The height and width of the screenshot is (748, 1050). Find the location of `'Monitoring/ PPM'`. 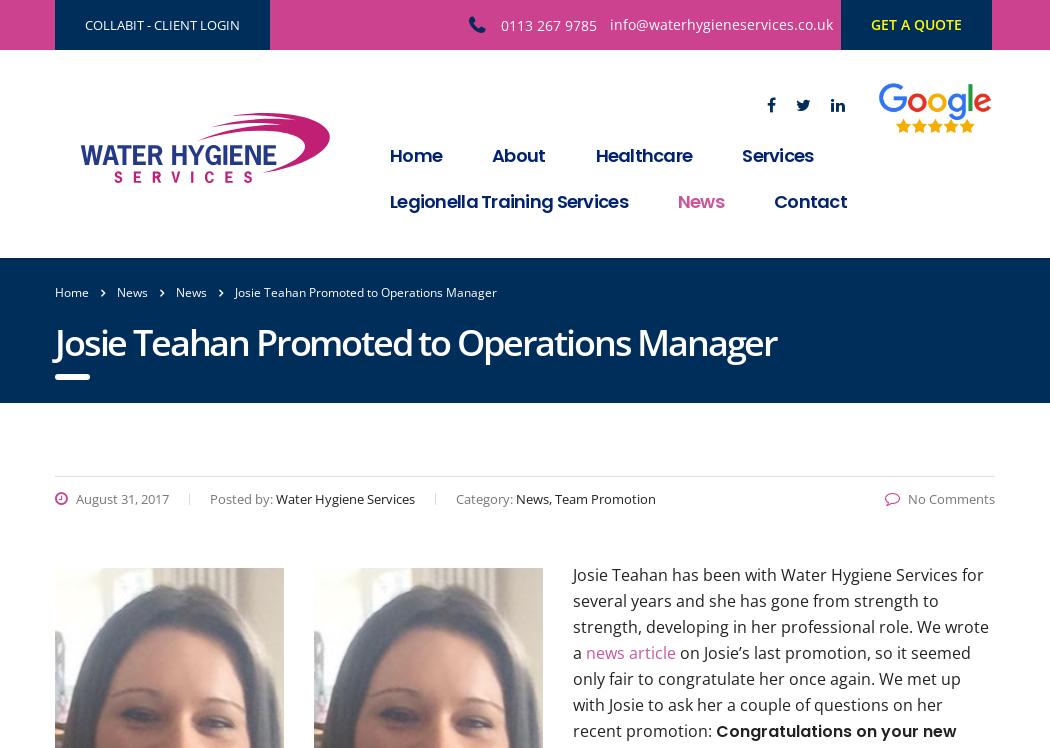

'Monitoring/ PPM' is located at coordinates (741, 211).